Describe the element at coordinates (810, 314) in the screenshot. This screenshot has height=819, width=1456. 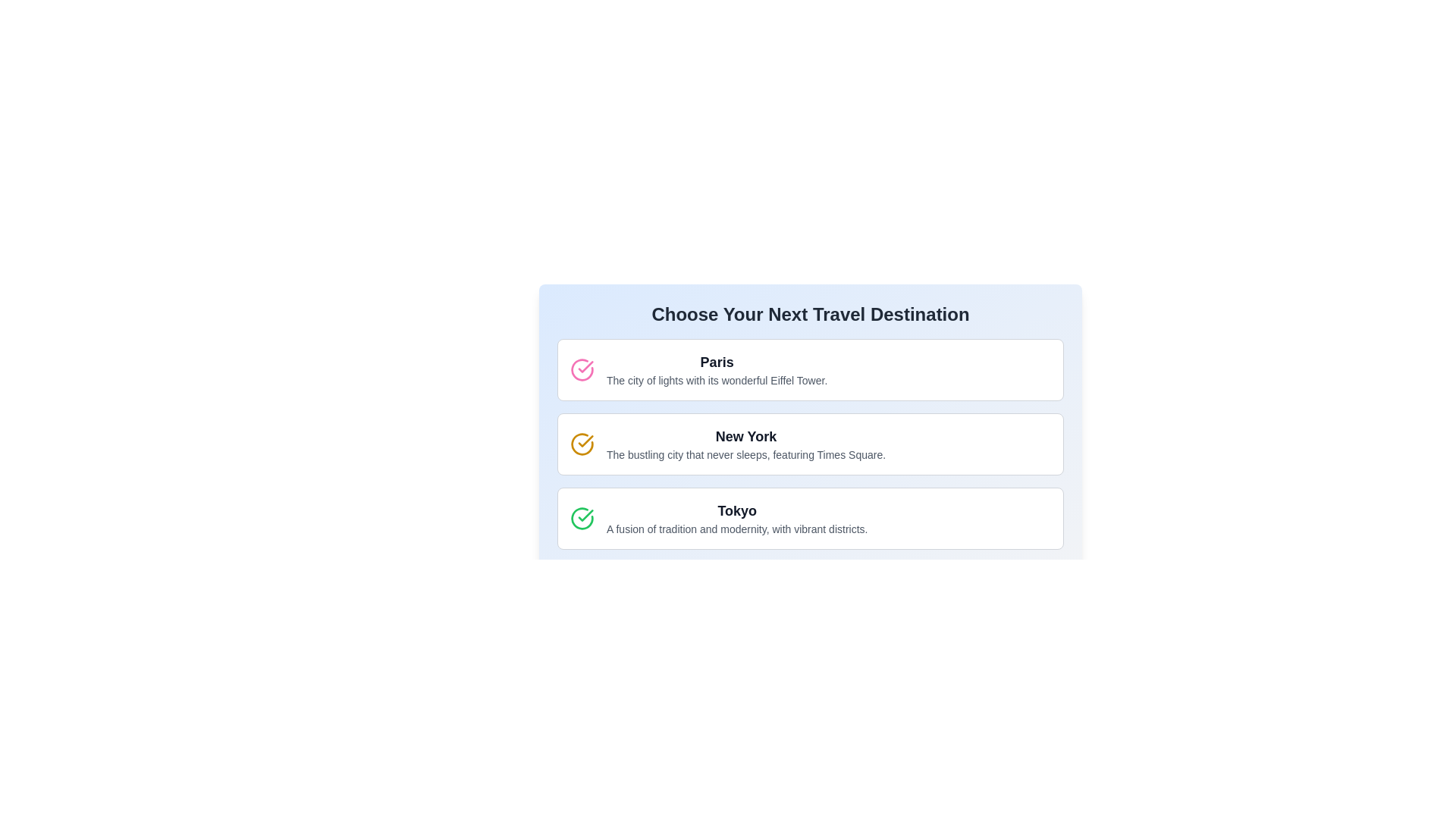
I see `heading text "Choose Your Next Travel Destination" located at the top of the travel destinations selection menu card` at that location.